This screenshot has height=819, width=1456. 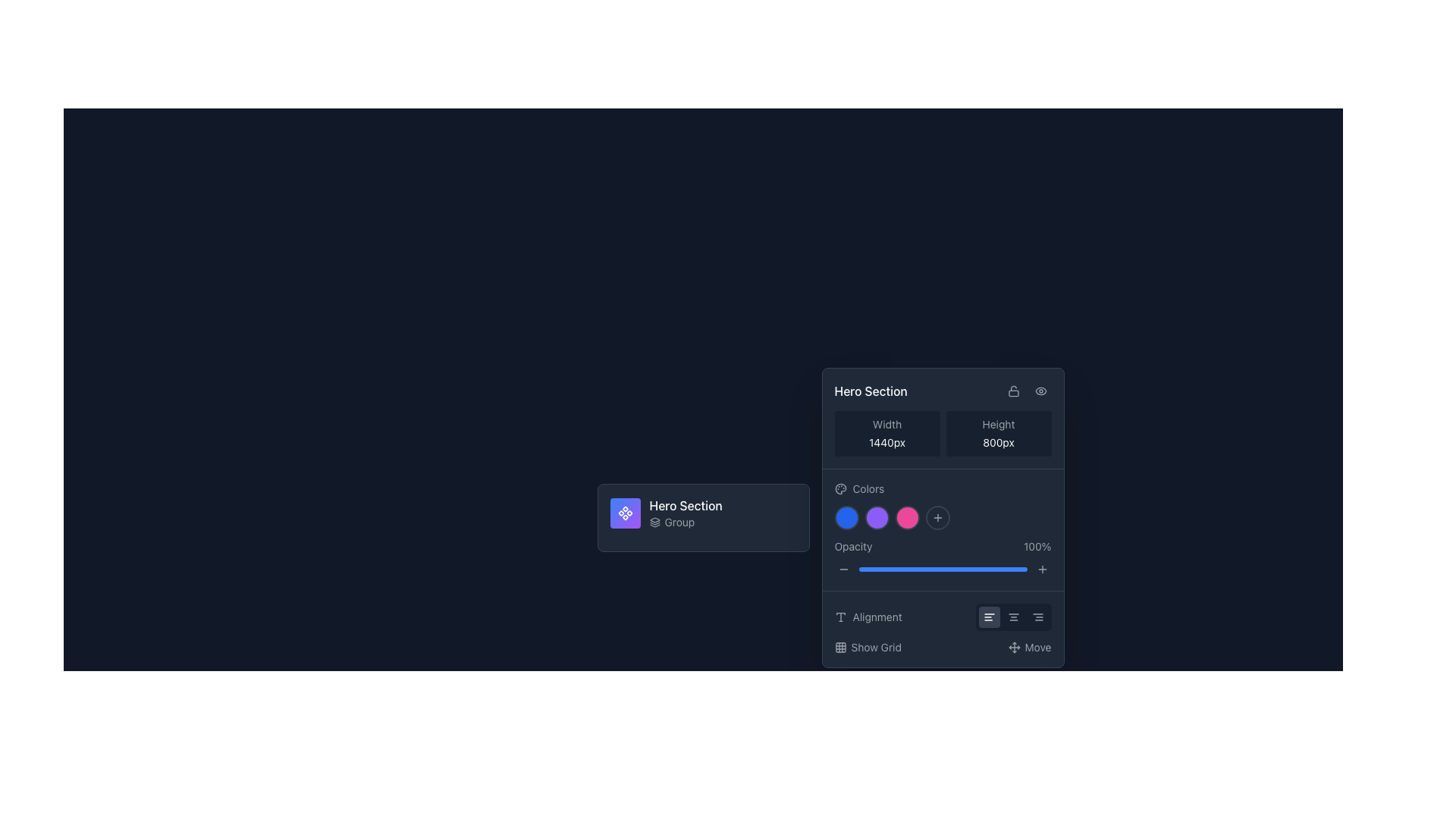 What do you see at coordinates (868, 617) in the screenshot?
I see `the label element indicating the purpose of the alignment-related control, positioned below the 'Opacity' section in the settings interface` at bounding box center [868, 617].